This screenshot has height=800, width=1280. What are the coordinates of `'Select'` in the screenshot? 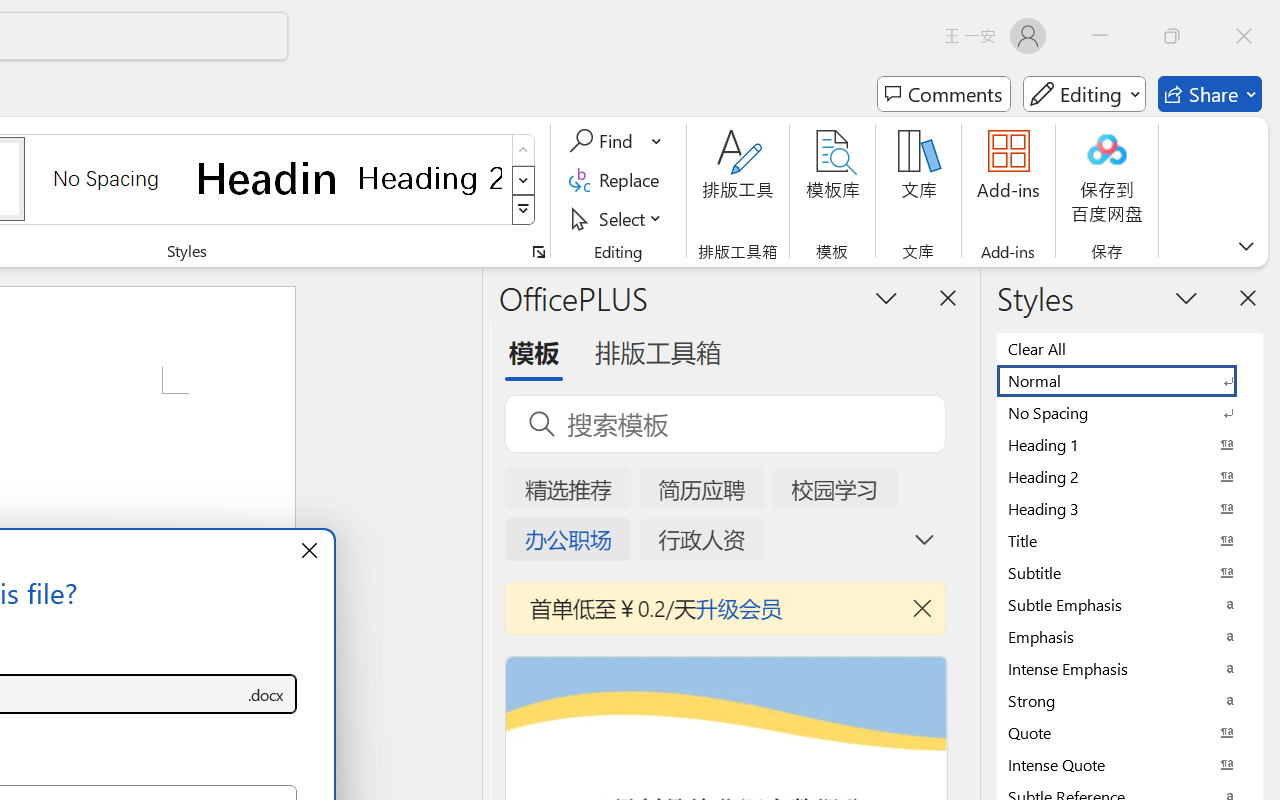 It's located at (617, 218).